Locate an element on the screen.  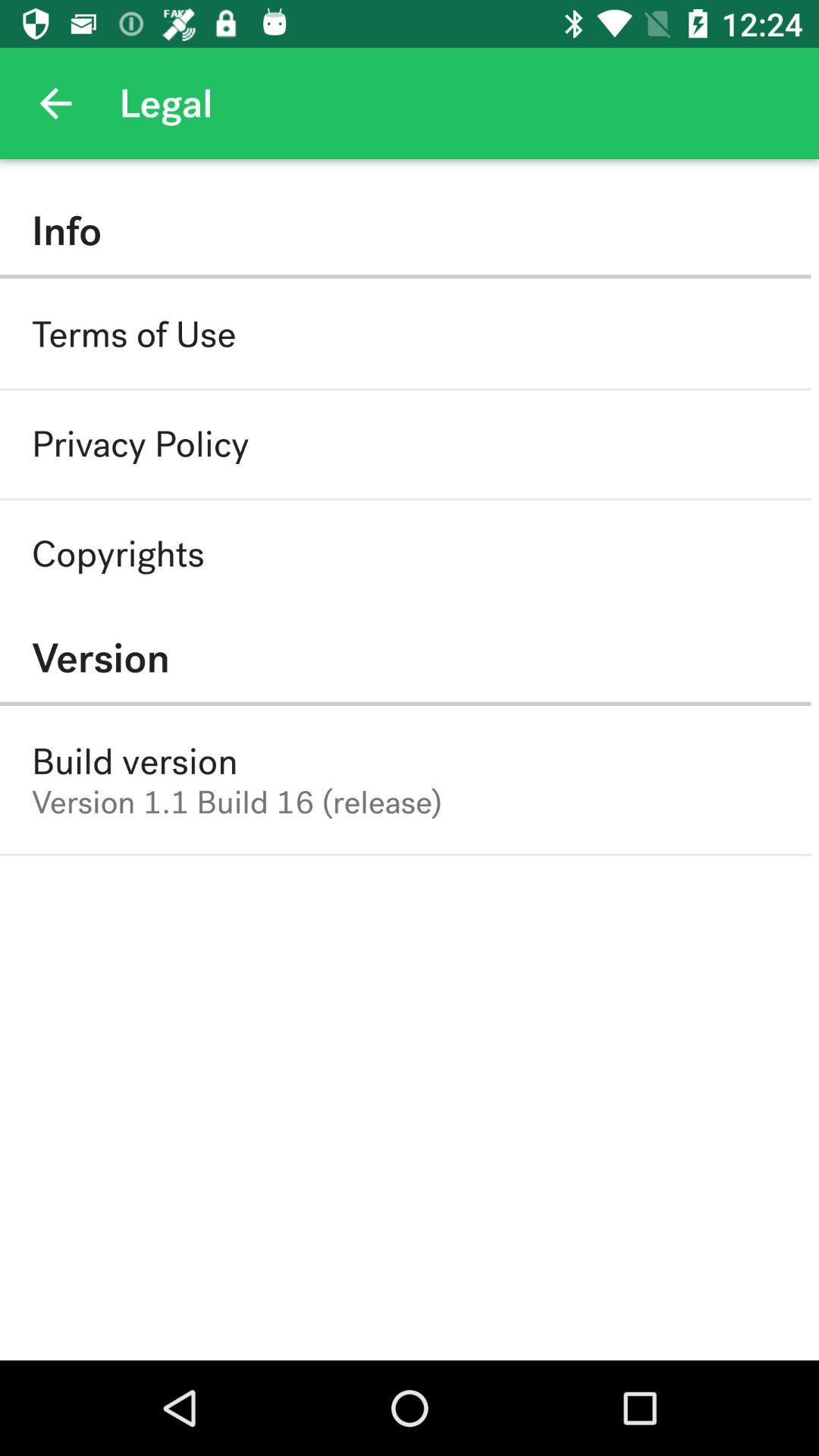
icon above the copyrights icon is located at coordinates (140, 444).